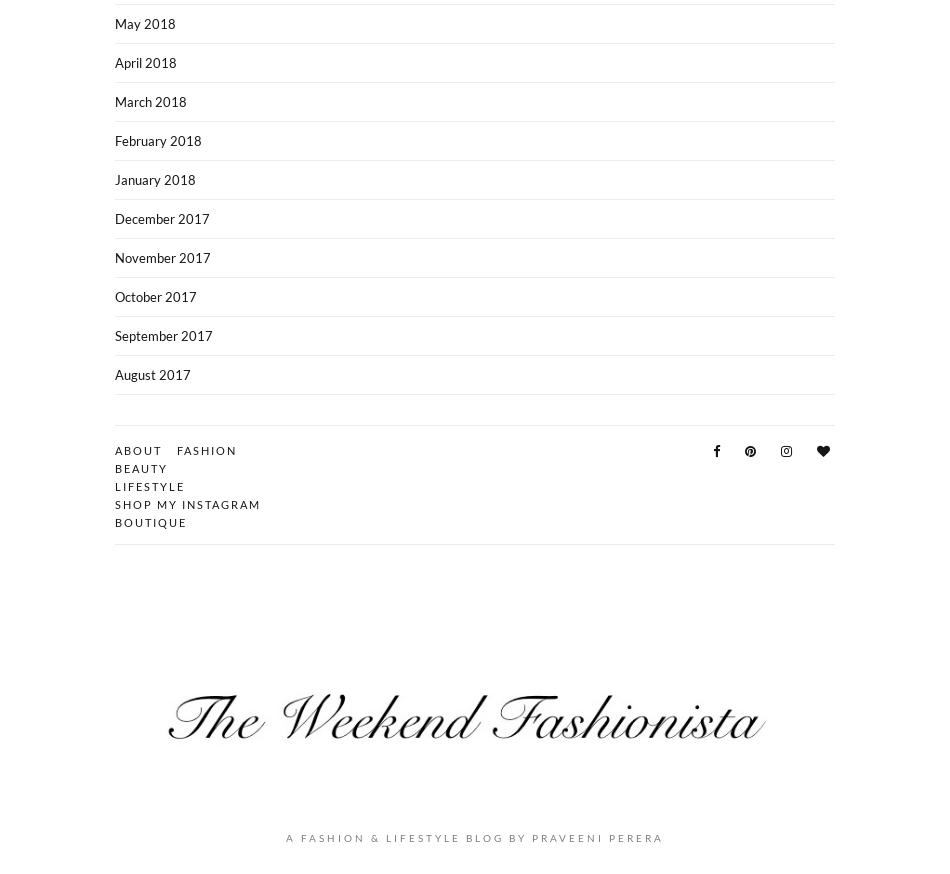  I want to click on 'A Fashion & Lifestyle Blog by Praveeni Perera', so click(285, 837).